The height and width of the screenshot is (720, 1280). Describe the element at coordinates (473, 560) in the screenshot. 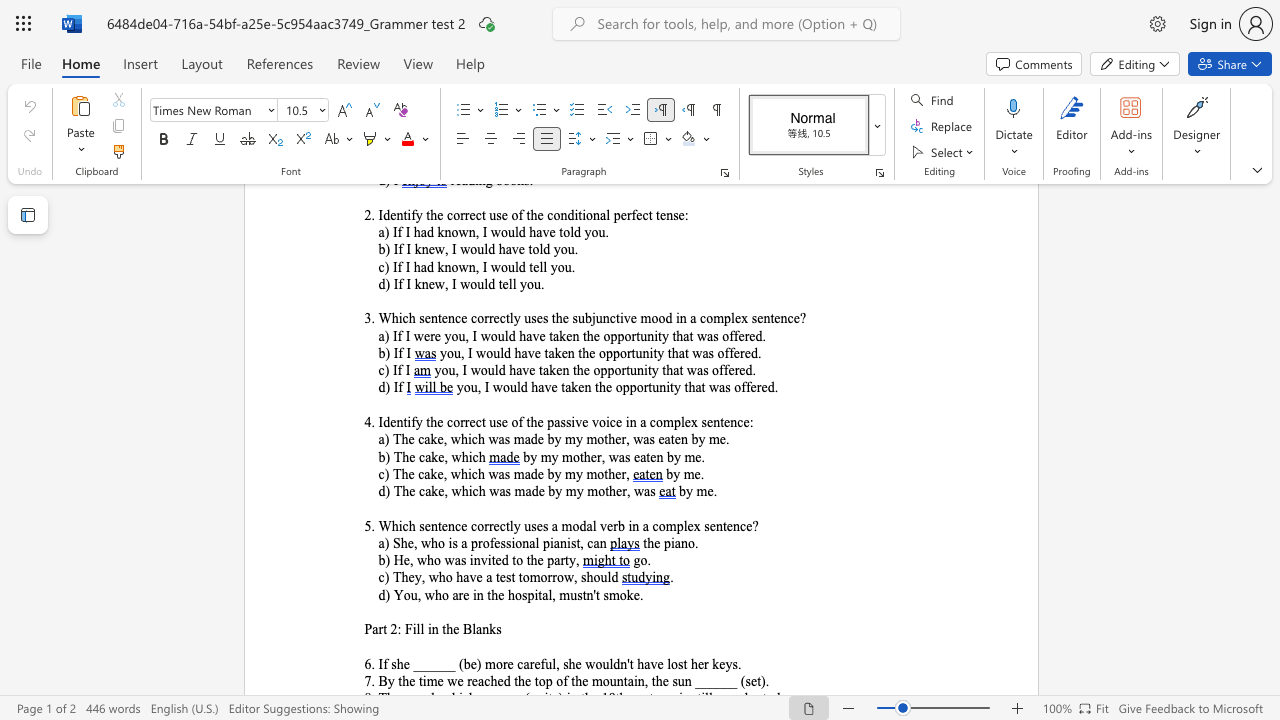

I see `the space between the continuous character "i" and "n" in the text` at that location.